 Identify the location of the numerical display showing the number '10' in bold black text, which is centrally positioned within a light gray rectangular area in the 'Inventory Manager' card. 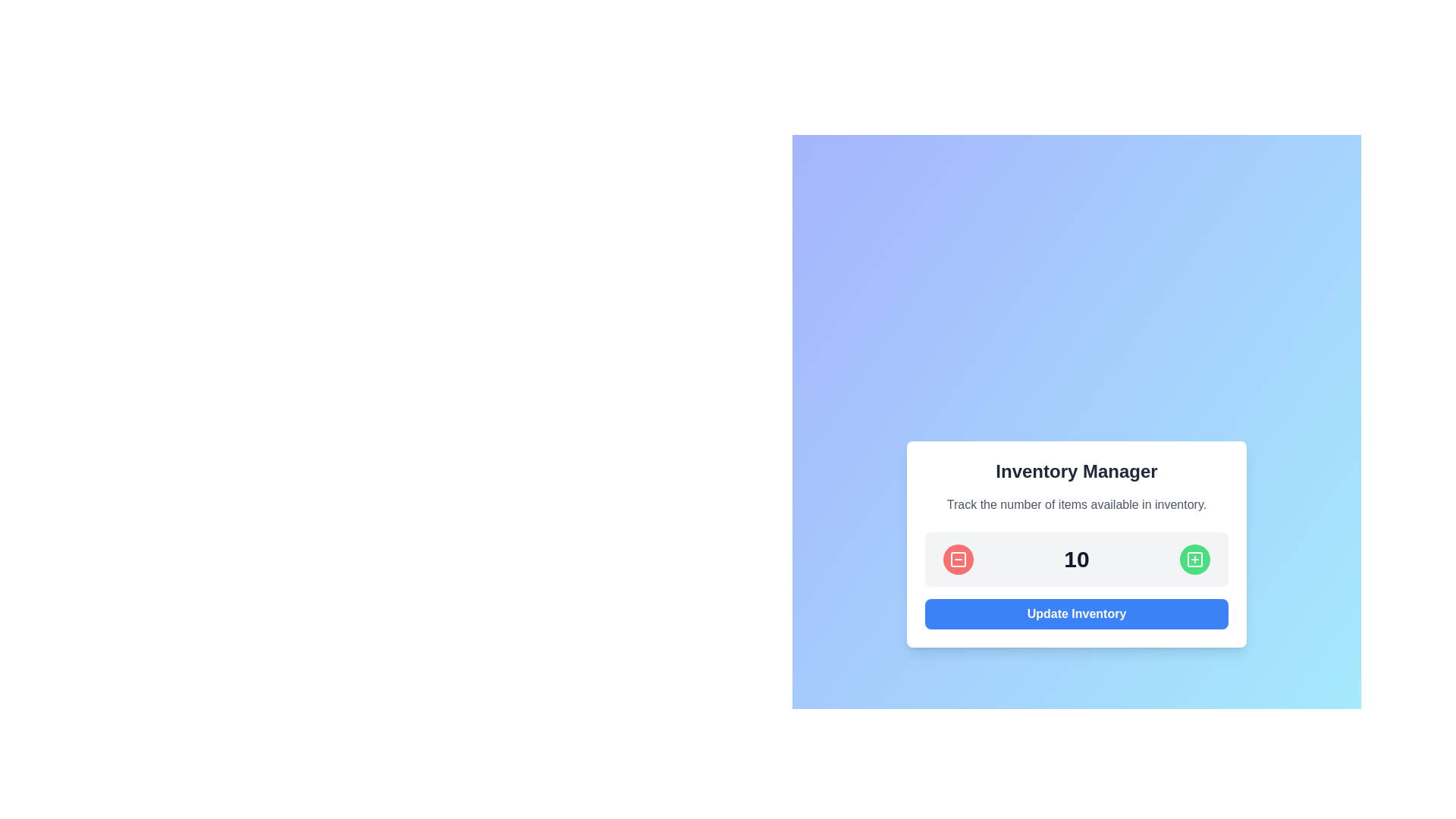
(1076, 559).